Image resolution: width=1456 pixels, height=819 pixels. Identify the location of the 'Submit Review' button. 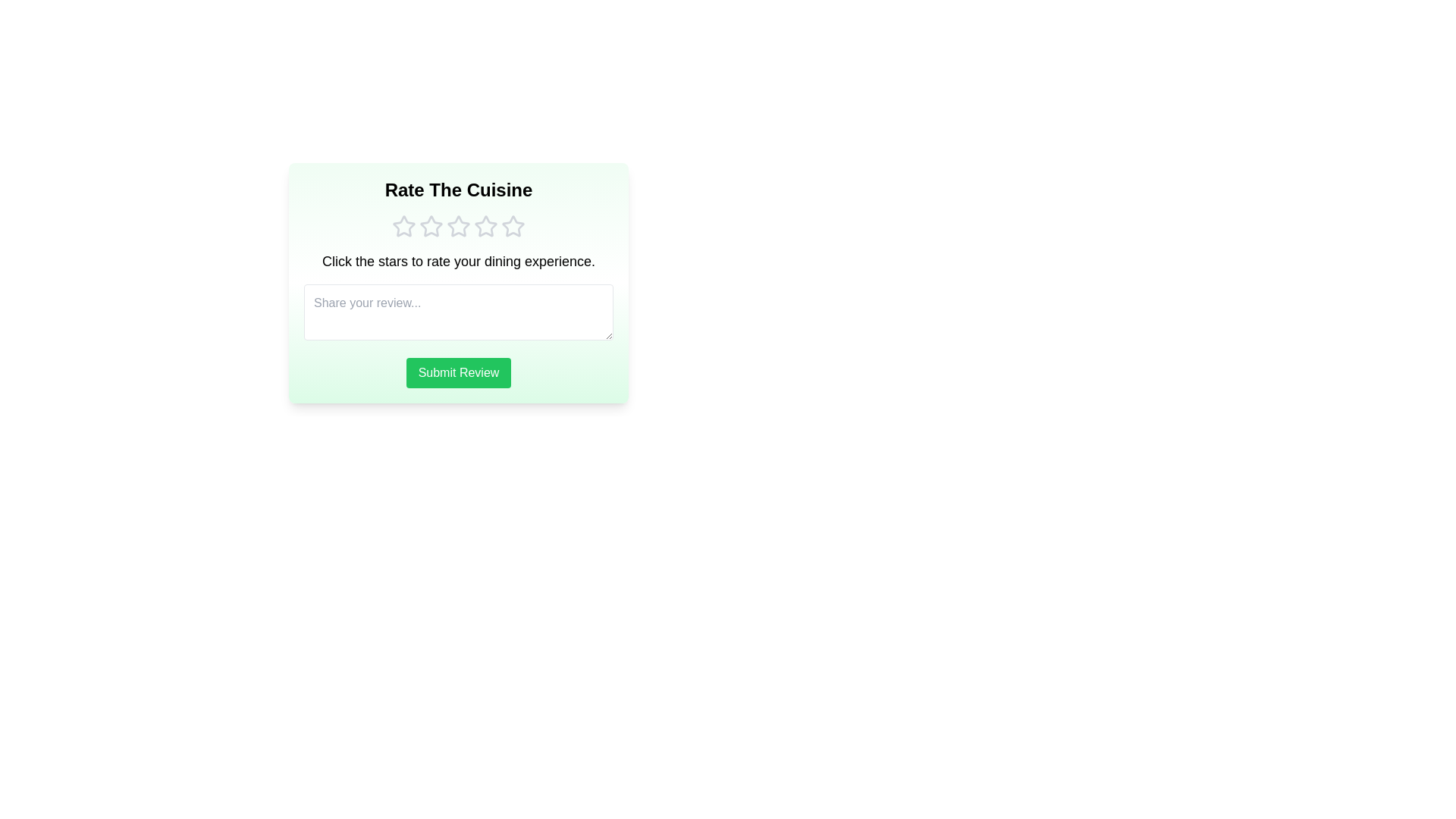
(457, 373).